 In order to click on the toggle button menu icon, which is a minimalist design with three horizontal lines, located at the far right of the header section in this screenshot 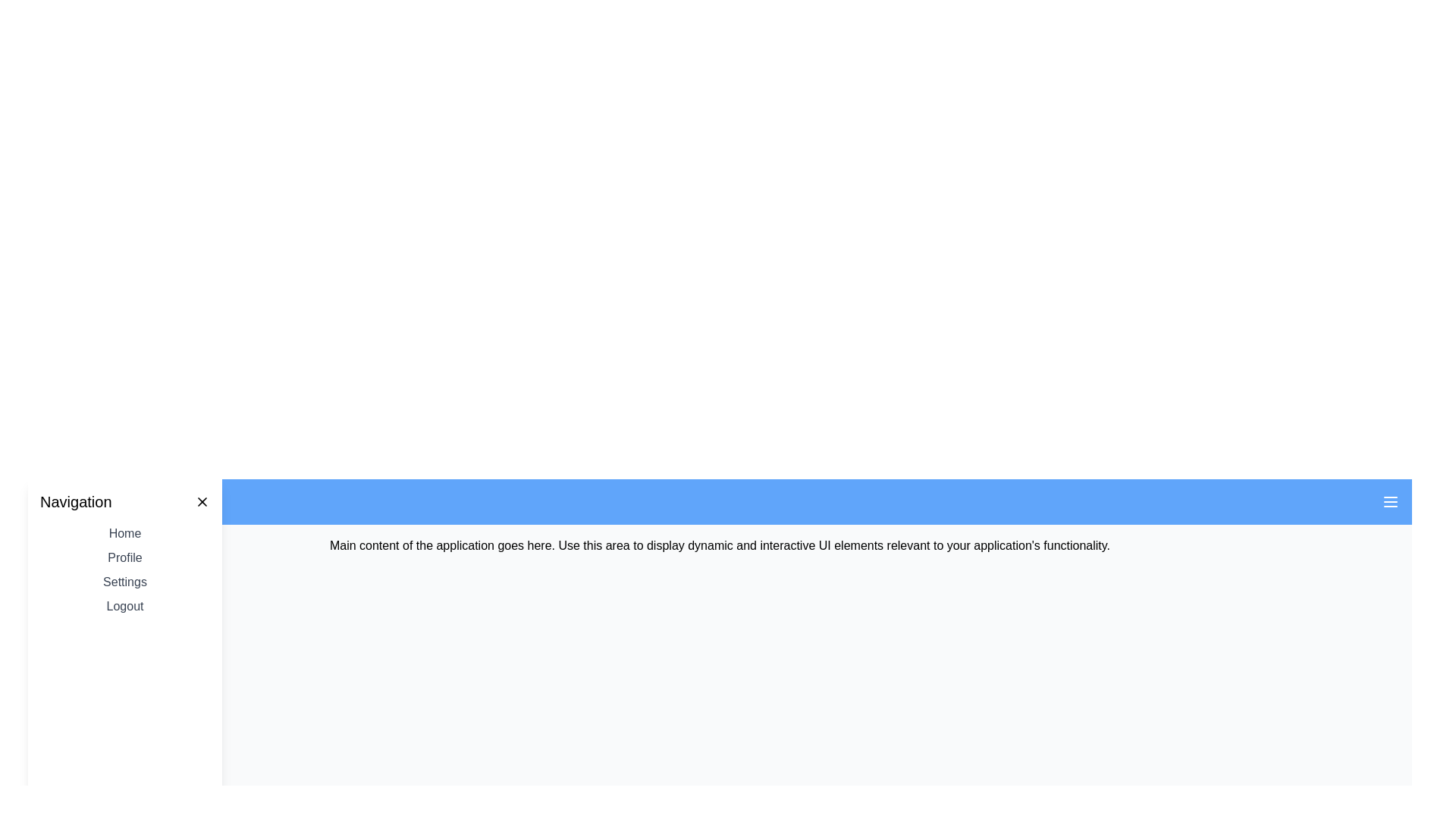, I will do `click(1390, 502)`.